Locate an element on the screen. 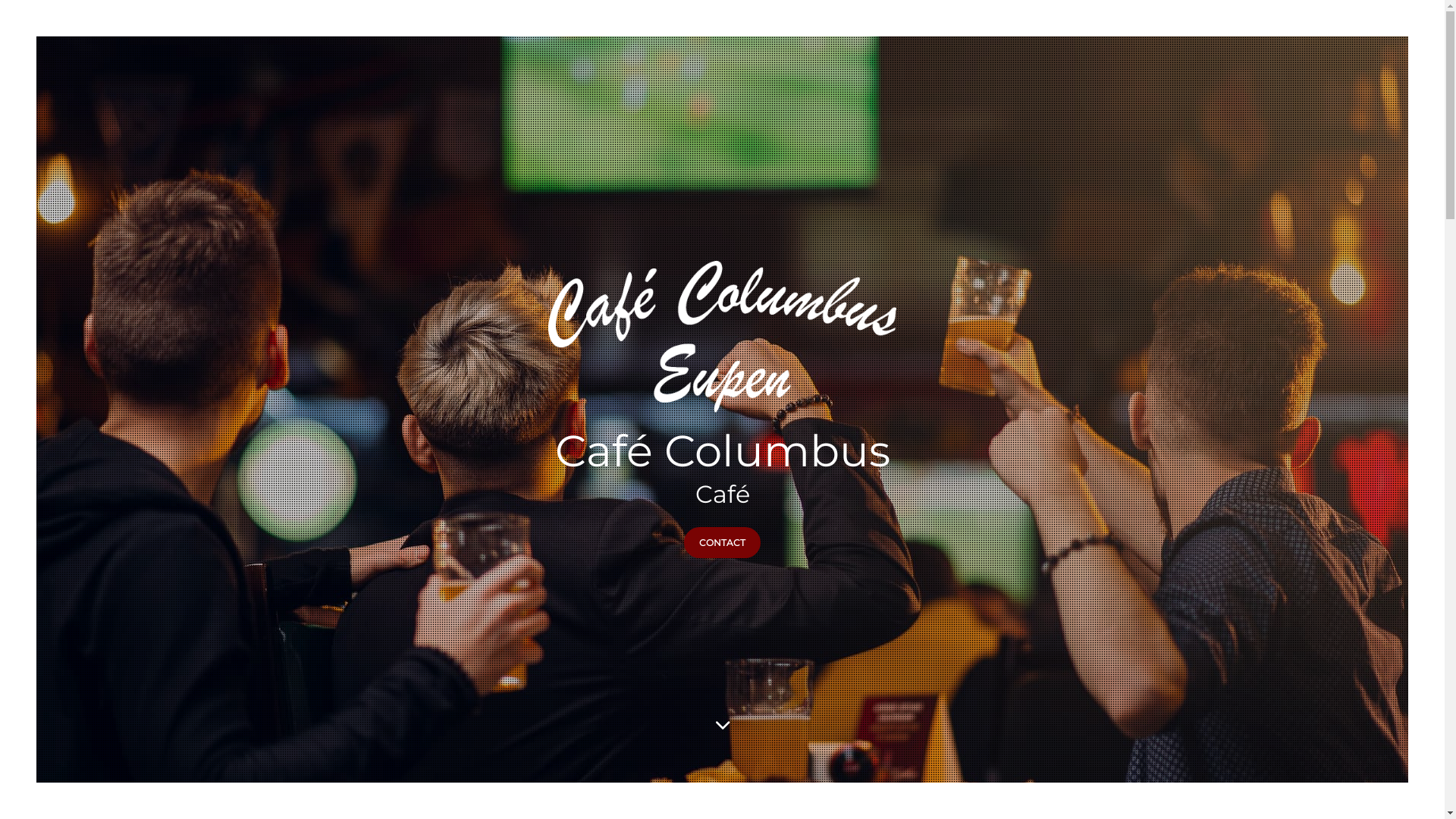 The width and height of the screenshot is (1456, 819). 'CONTACT' is located at coordinates (721, 541).